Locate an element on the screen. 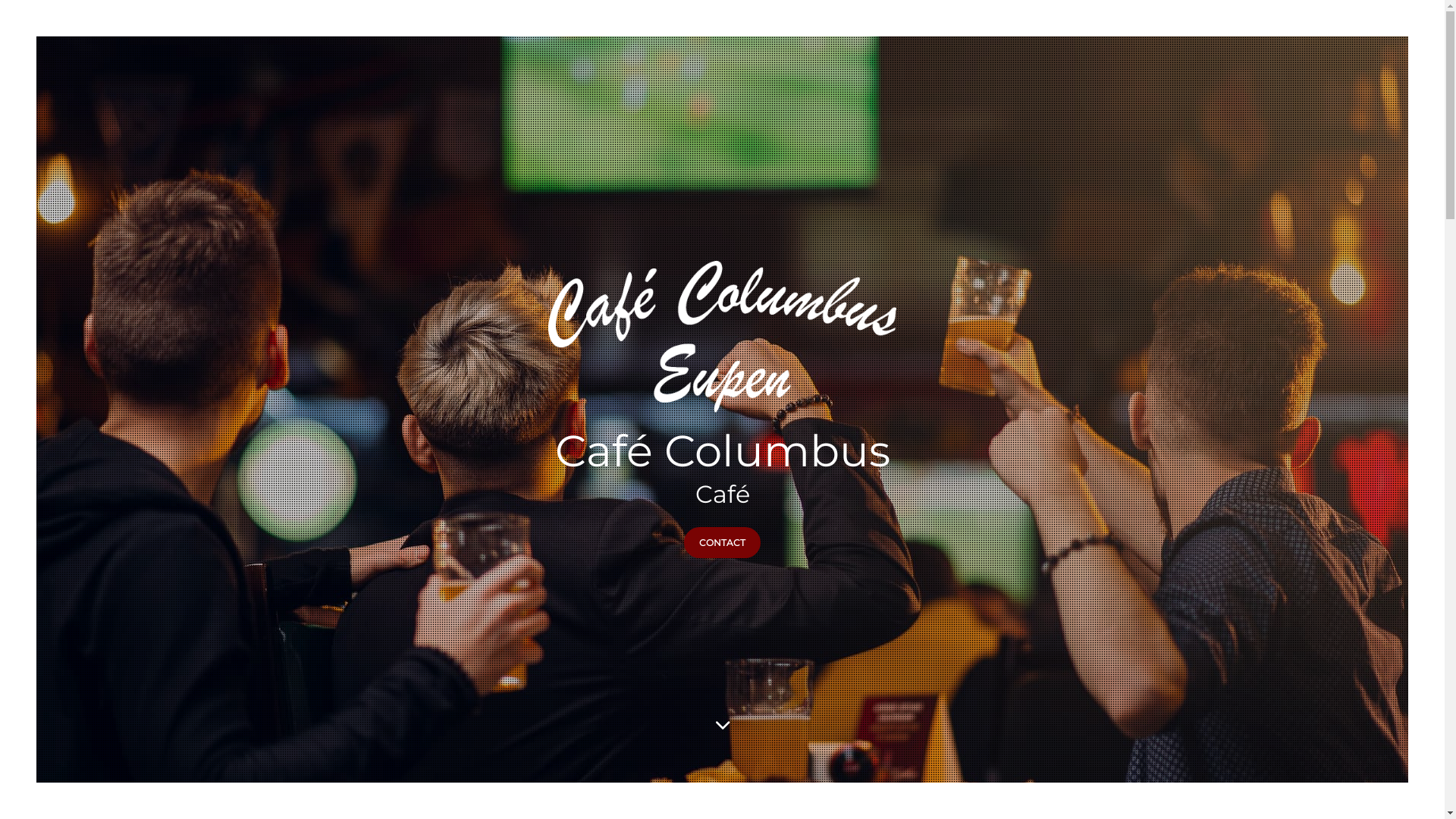 The width and height of the screenshot is (1456, 819). 'CONTACT' is located at coordinates (721, 541).